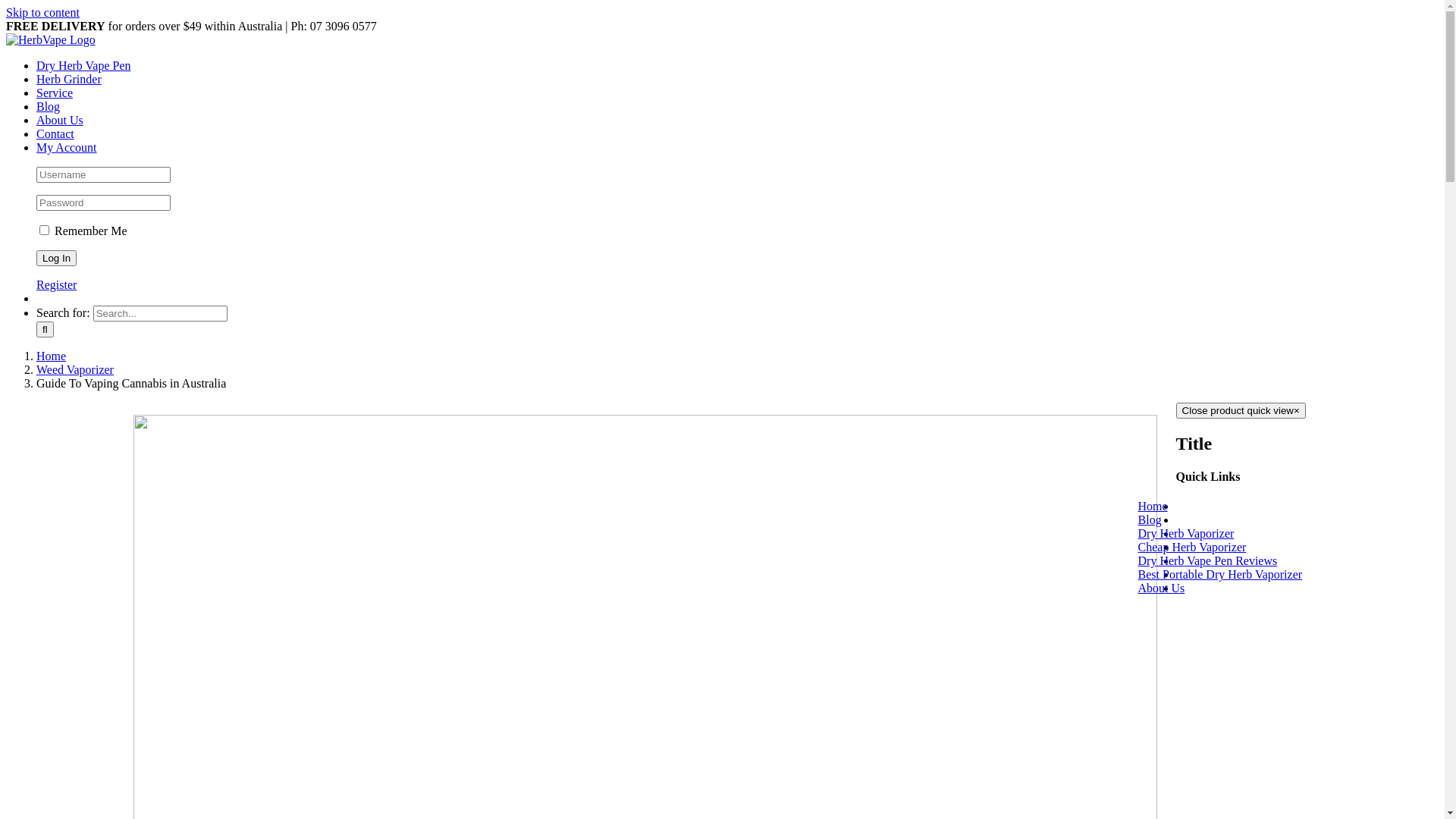 This screenshot has width=1456, height=819. Describe the element at coordinates (74, 369) in the screenshot. I see `'Weed Vaporizer'` at that location.